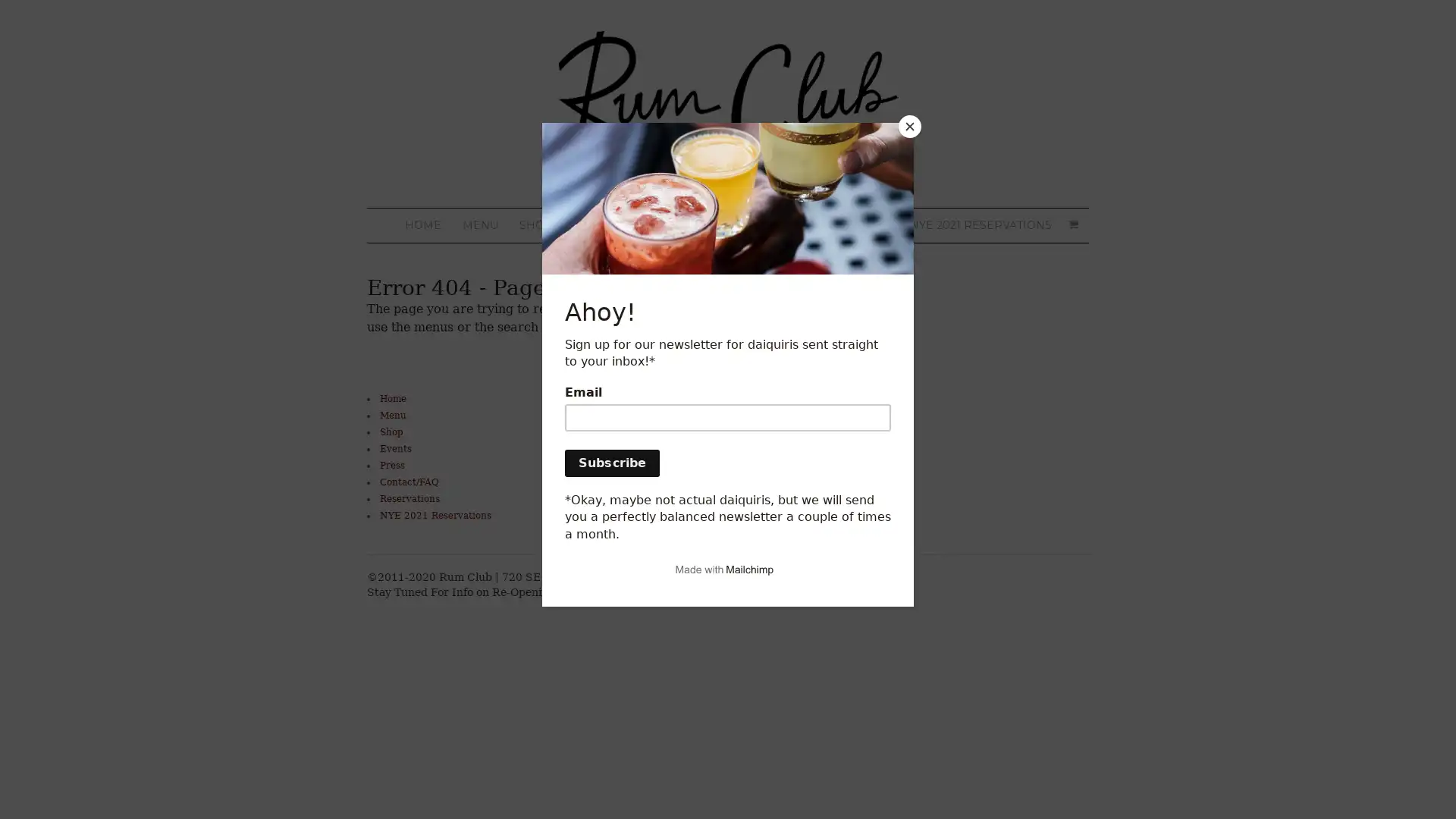 This screenshot has height=819, width=1456. What do you see at coordinates (581, 503) in the screenshot?
I see `Submit` at bounding box center [581, 503].